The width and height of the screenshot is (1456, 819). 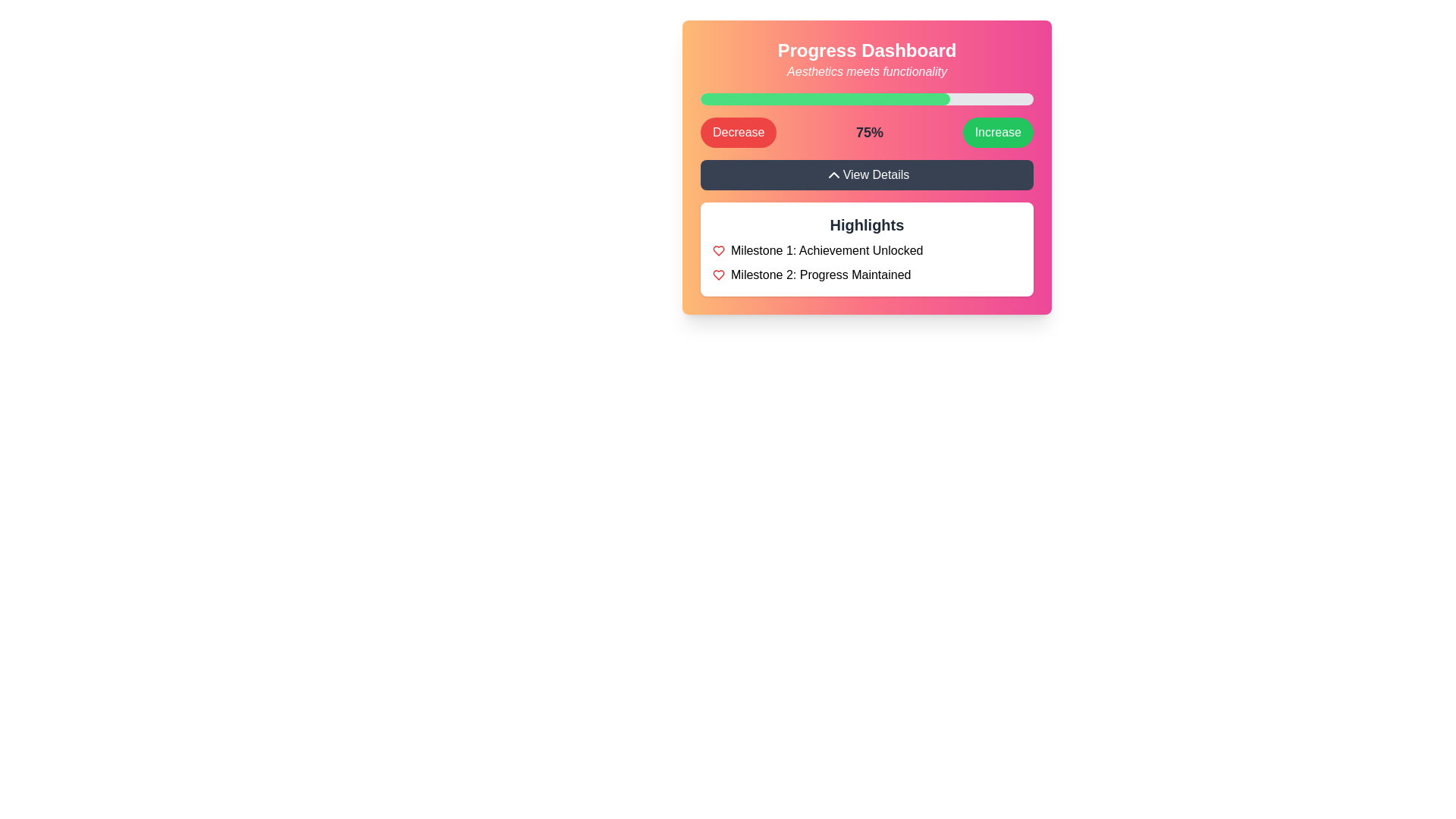 I want to click on the 'Decrease' button which is positioned to the left of the '75%' percentage display and to the right of the 'Increase' button, so click(x=739, y=131).